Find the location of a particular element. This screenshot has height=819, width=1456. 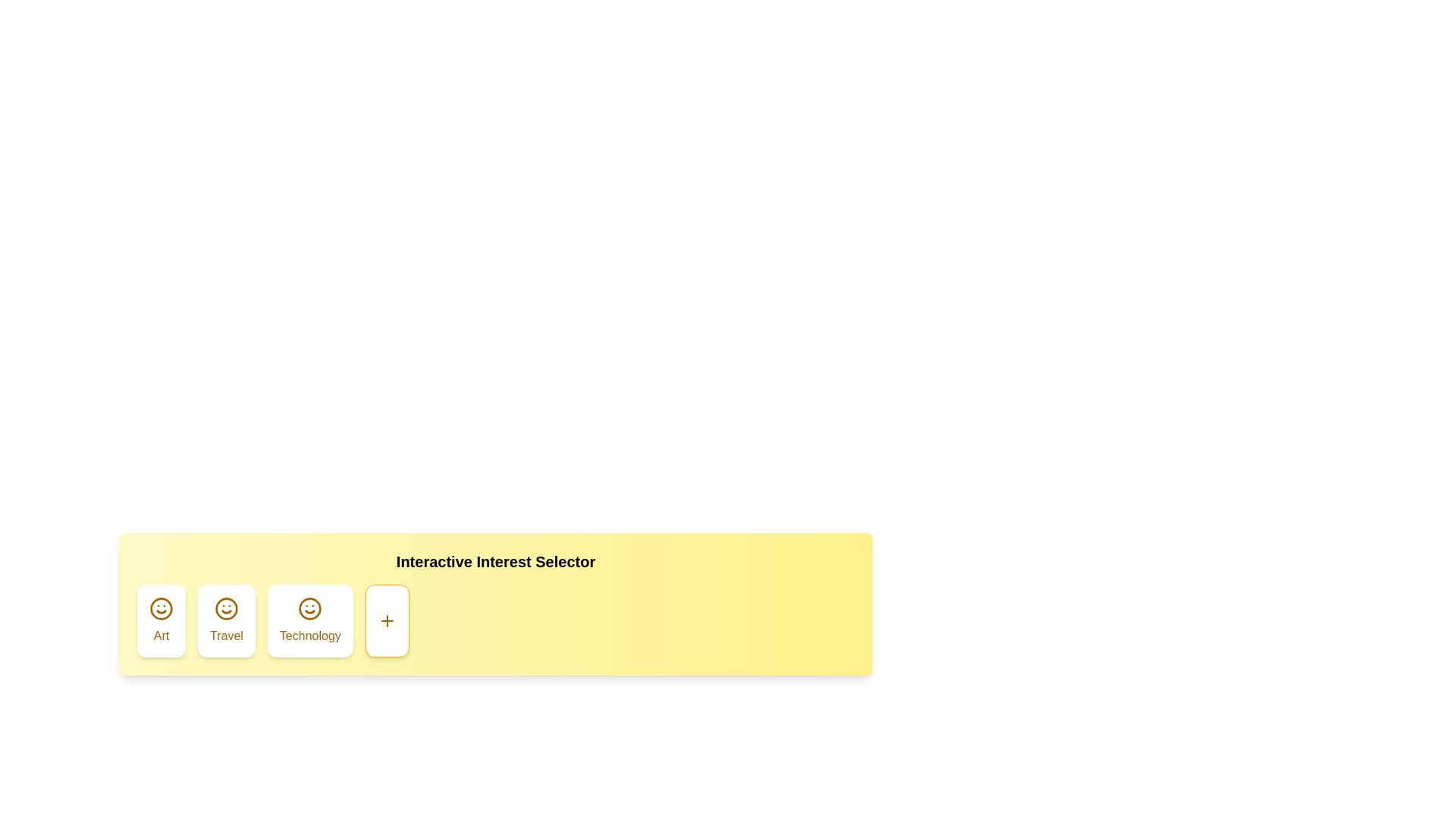

the chip labeled Travel to observe its visual changes is located at coordinates (224, 620).